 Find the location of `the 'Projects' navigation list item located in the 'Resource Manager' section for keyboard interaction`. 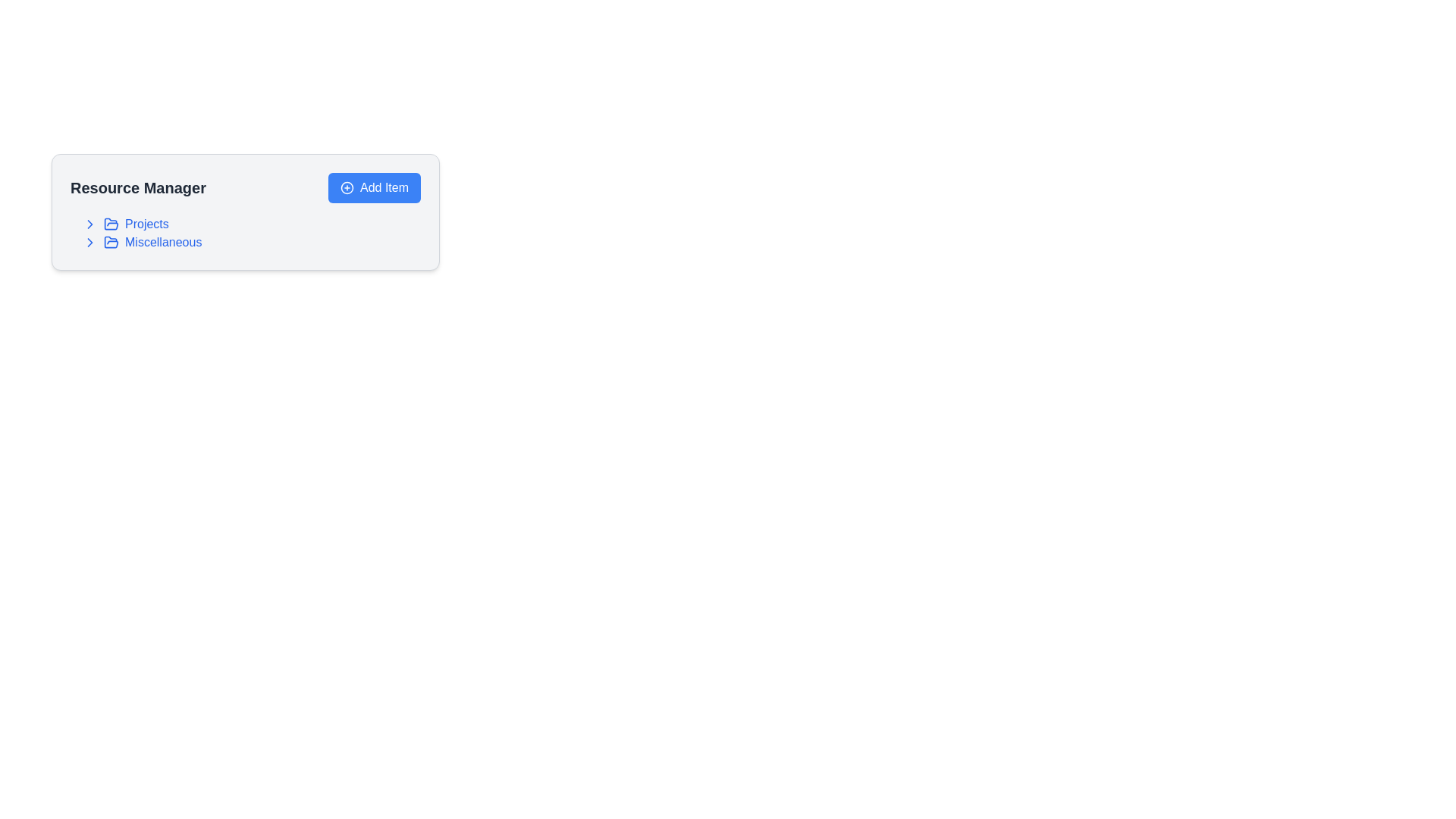

the 'Projects' navigation list item located in the 'Resource Manager' section for keyboard interaction is located at coordinates (251, 224).